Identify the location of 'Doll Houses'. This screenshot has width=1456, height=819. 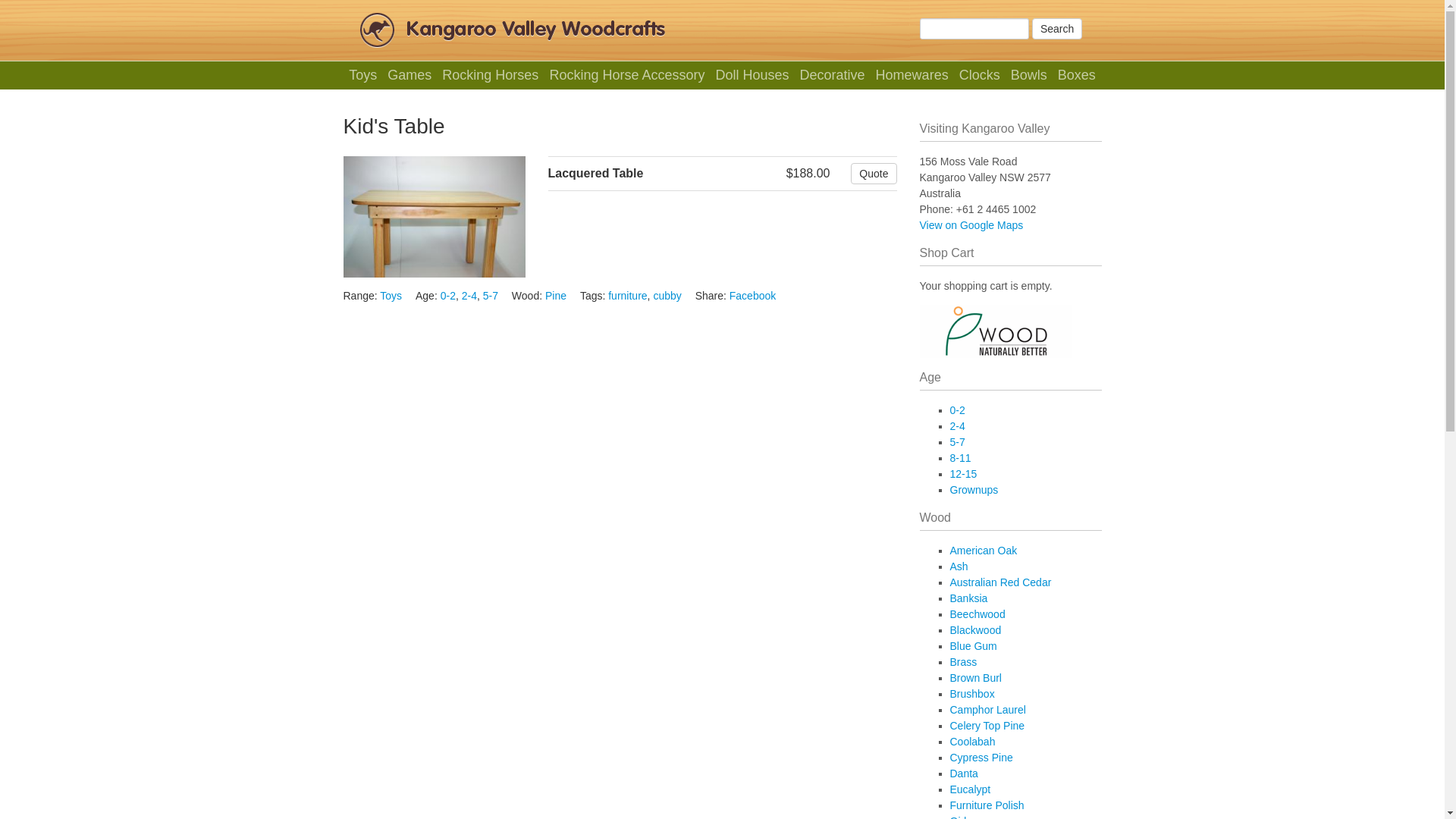
(752, 75).